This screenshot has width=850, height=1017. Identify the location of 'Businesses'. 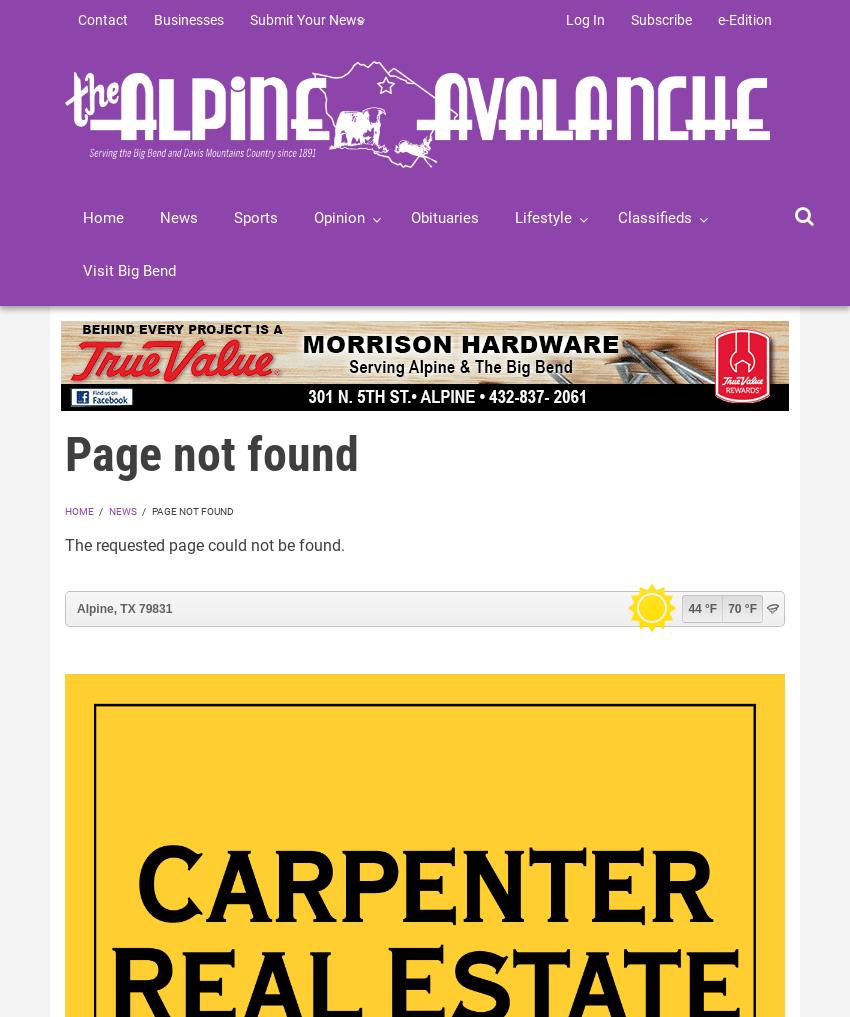
(188, 19).